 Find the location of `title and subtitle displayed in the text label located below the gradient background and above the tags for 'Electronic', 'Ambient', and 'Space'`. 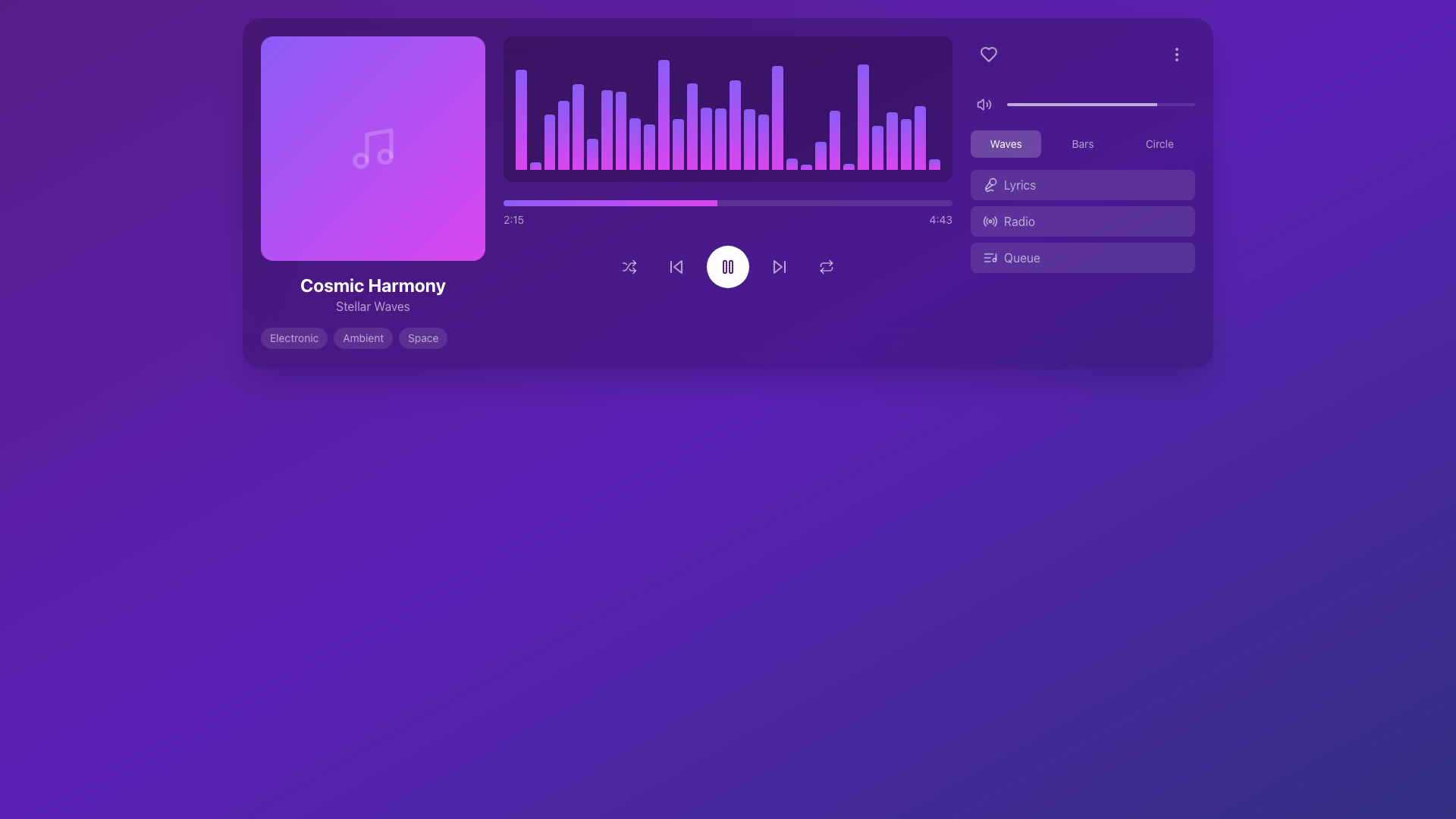

title and subtitle displayed in the text label located below the gradient background and above the tags for 'Electronic', 'Ambient', and 'Space' is located at coordinates (372, 294).